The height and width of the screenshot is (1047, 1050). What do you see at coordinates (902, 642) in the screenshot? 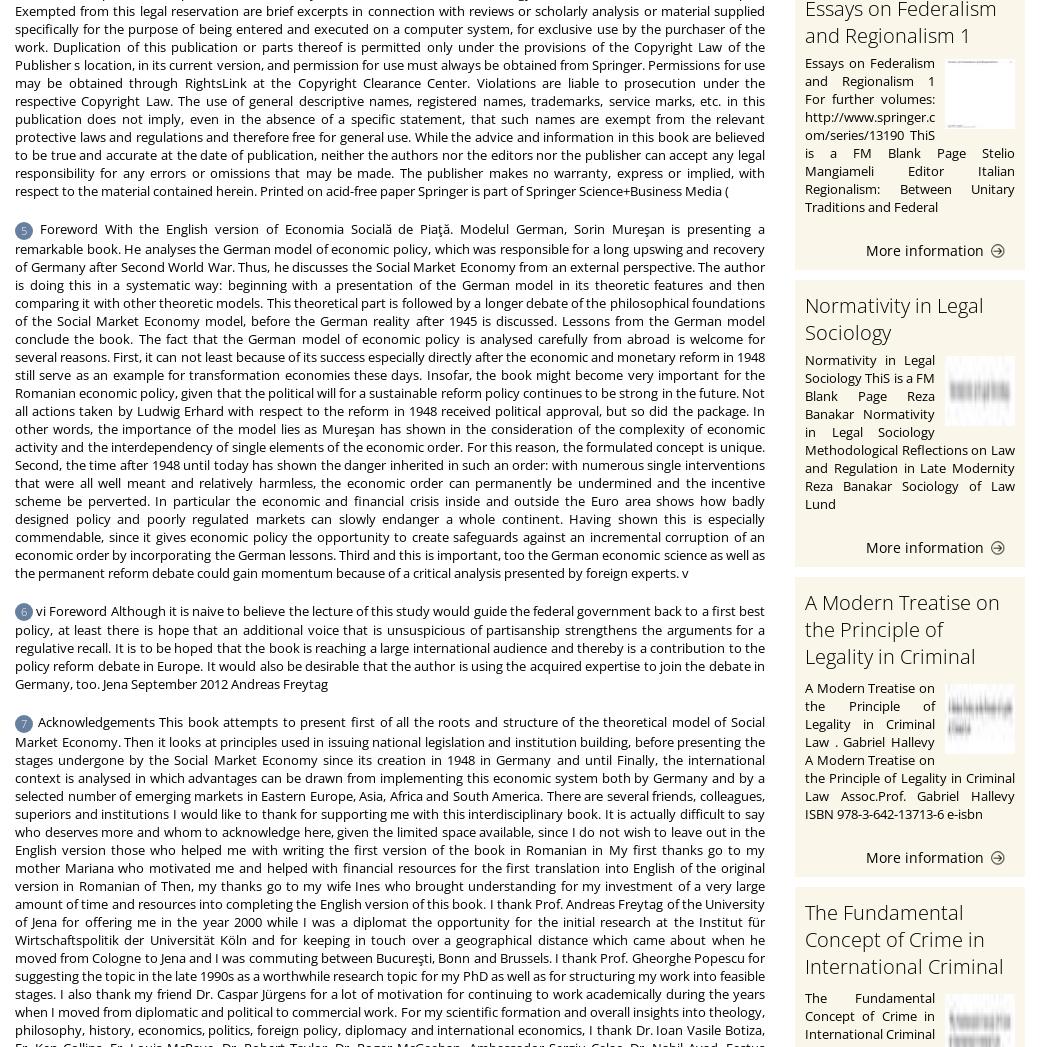
I see `'A Modern Treatise on the Principle of Legality in Criminal Law'` at bounding box center [902, 642].